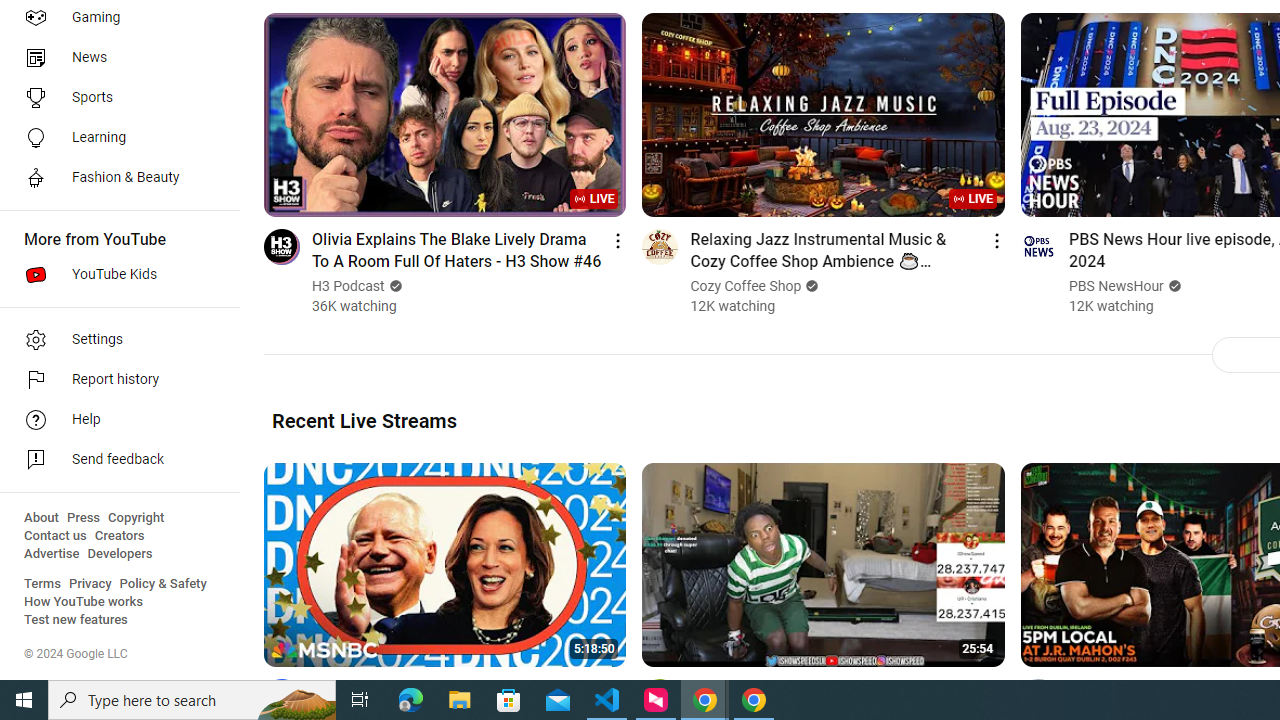 This screenshot has width=1280, height=720. I want to click on 'Developers', so click(119, 554).